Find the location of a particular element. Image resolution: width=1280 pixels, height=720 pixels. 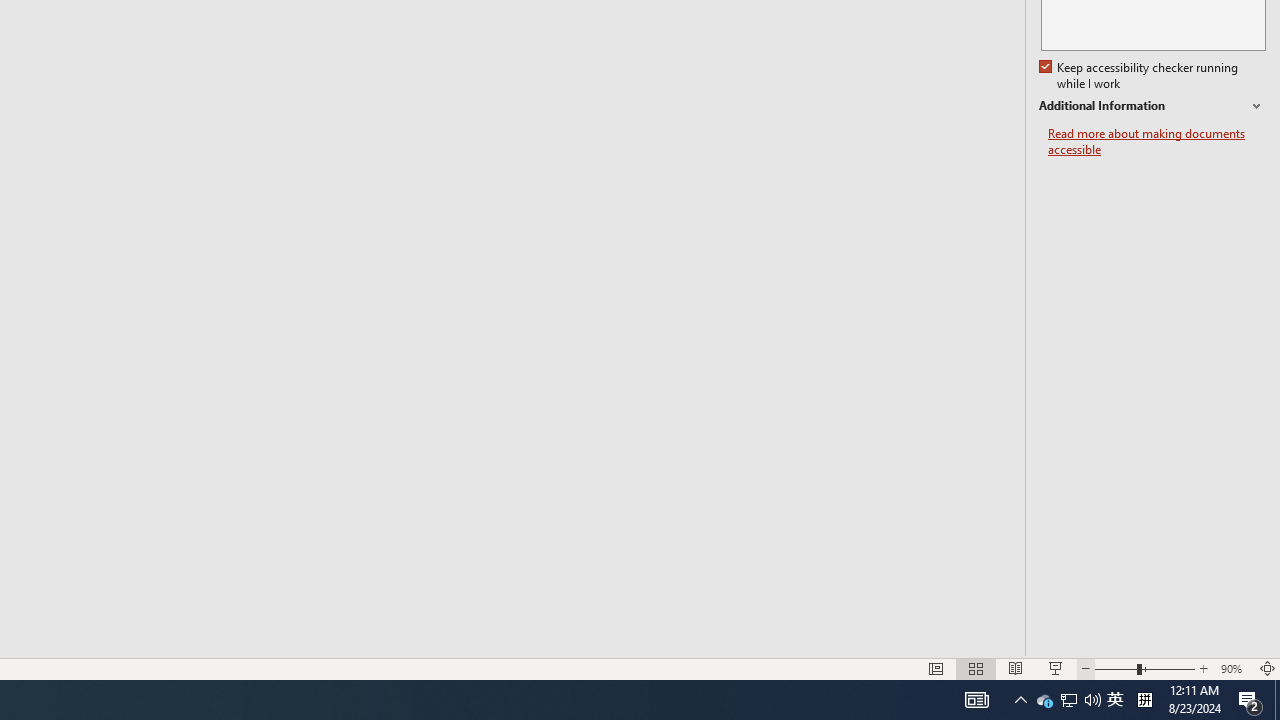

'Zoom 90%' is located at coordinates (1233, 669).